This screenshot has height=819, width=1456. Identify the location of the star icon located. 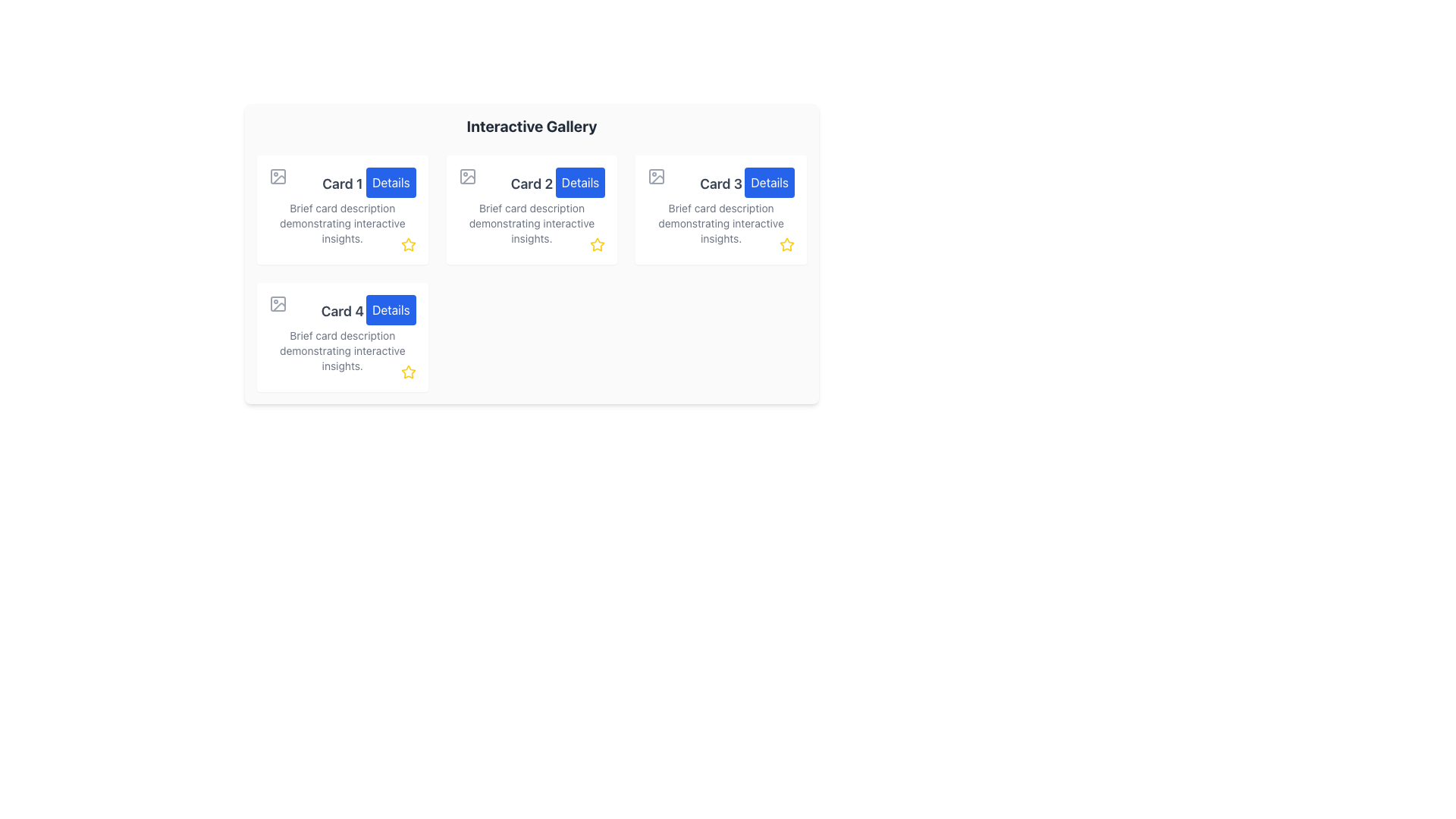
(408, 372).